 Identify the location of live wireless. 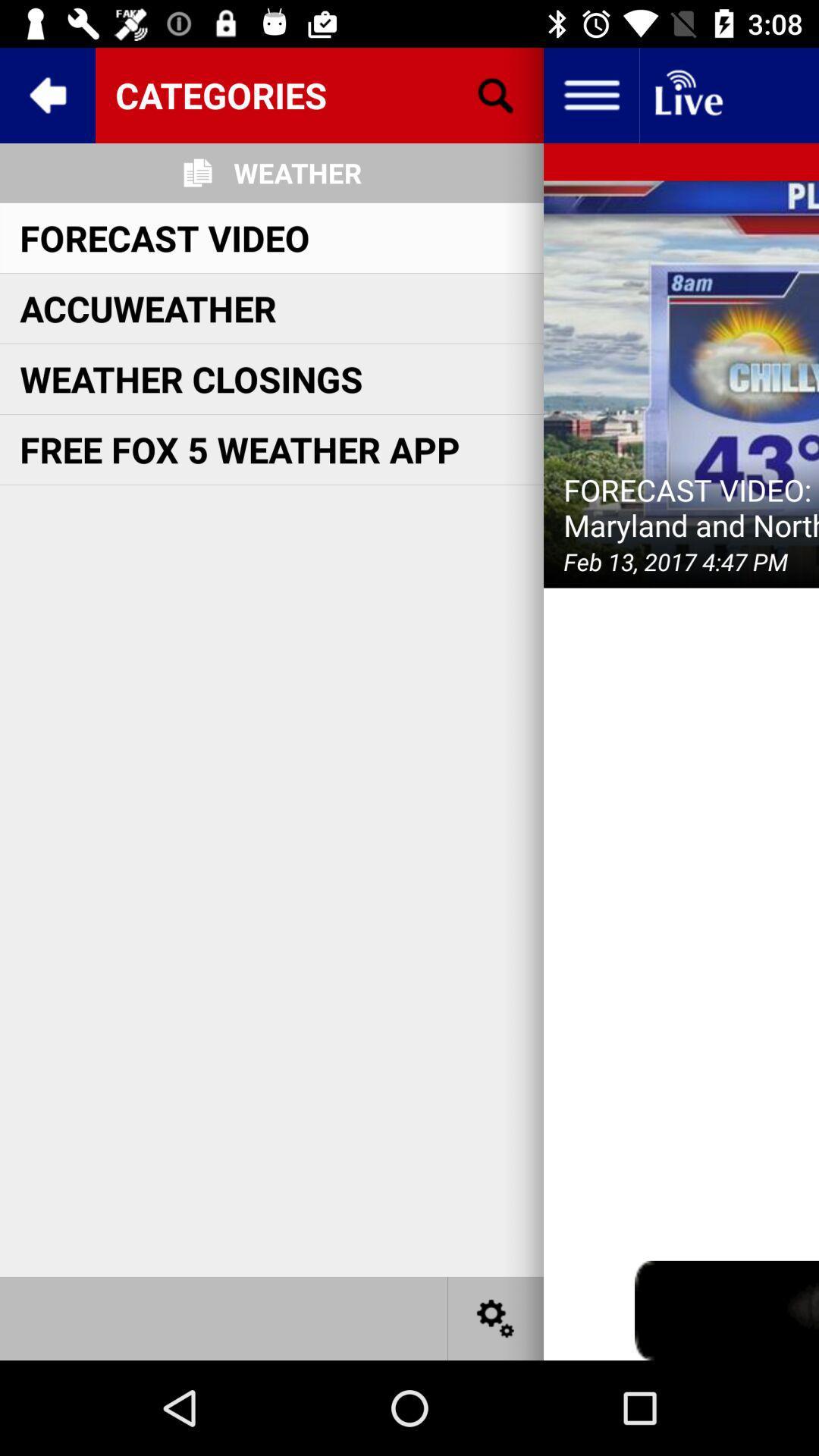
(687, 94).